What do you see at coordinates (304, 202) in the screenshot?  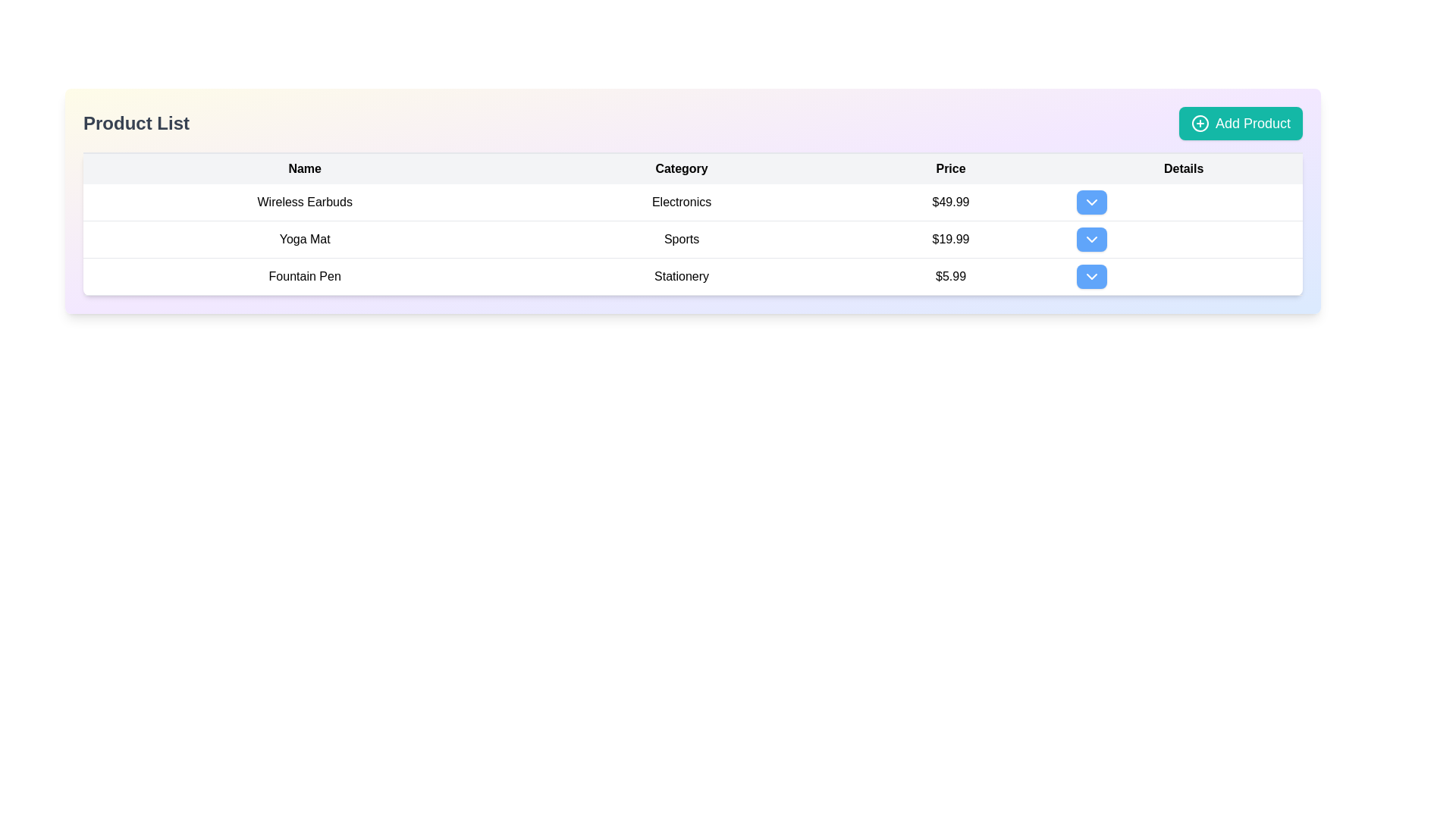 I see `the text label displaying 'Wireless Earbuds', which is positioned in the 'Name' column of a table row under the 'Name' column header` at bounding box center [304, 202].